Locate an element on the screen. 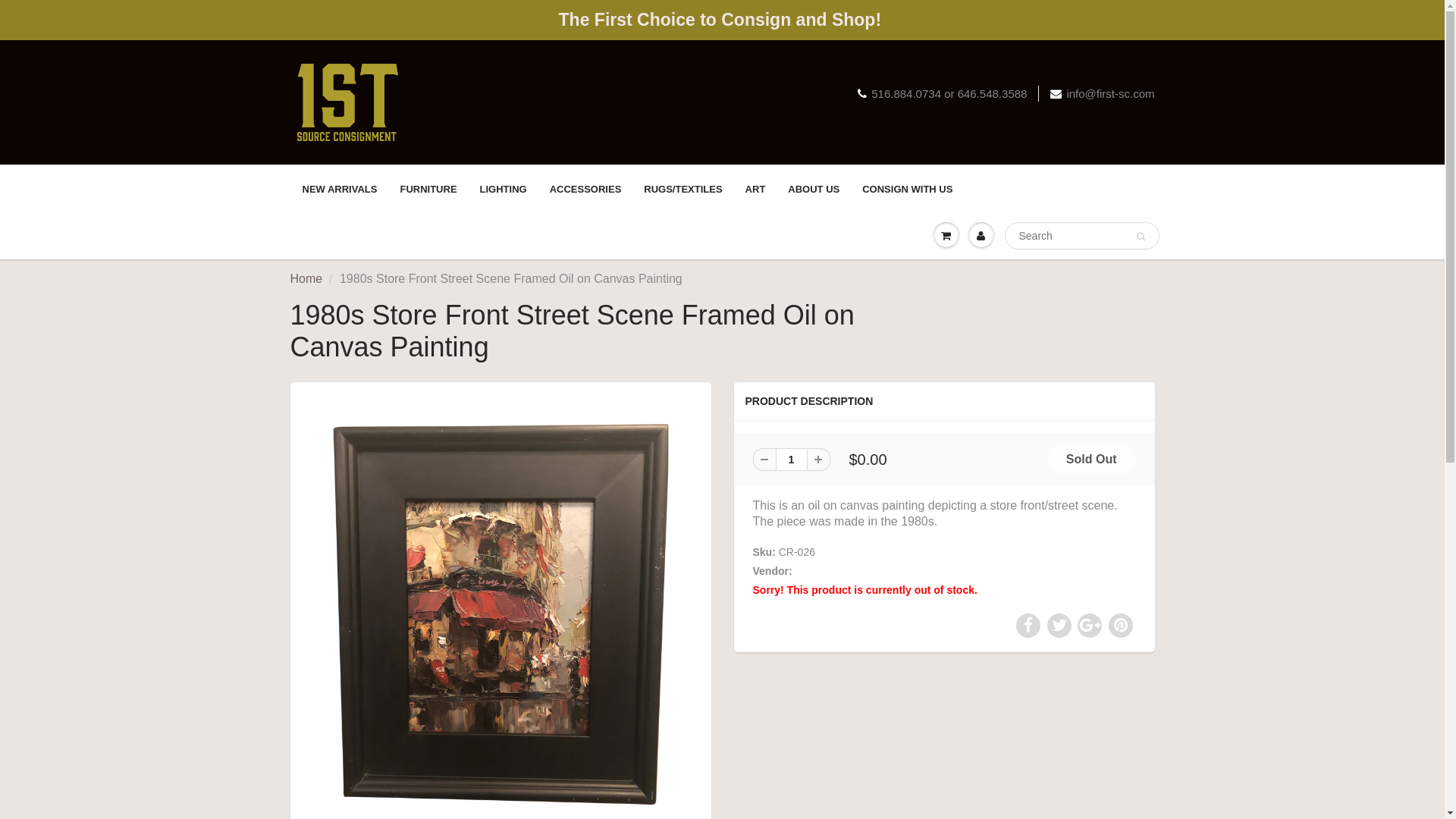  'Search' is located at coordinates (1141, 237).